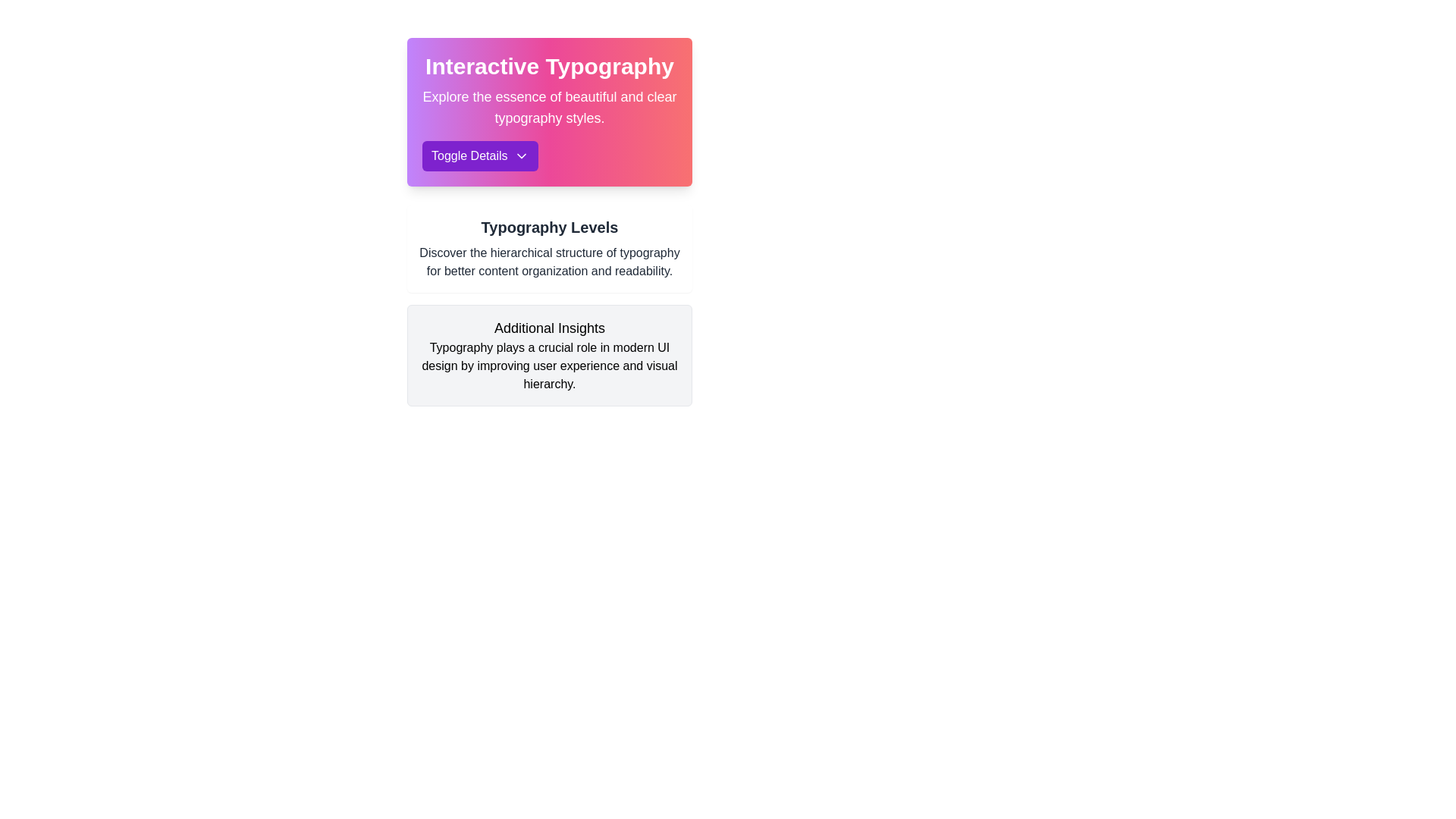 The height and width of the screenshot is (819, 1456). Describe the element at coordinates (521, 155) in the screenshot. I see `the chevron icon located to the immediate right of the 'Toggle Details' text within the purple button` at that location.